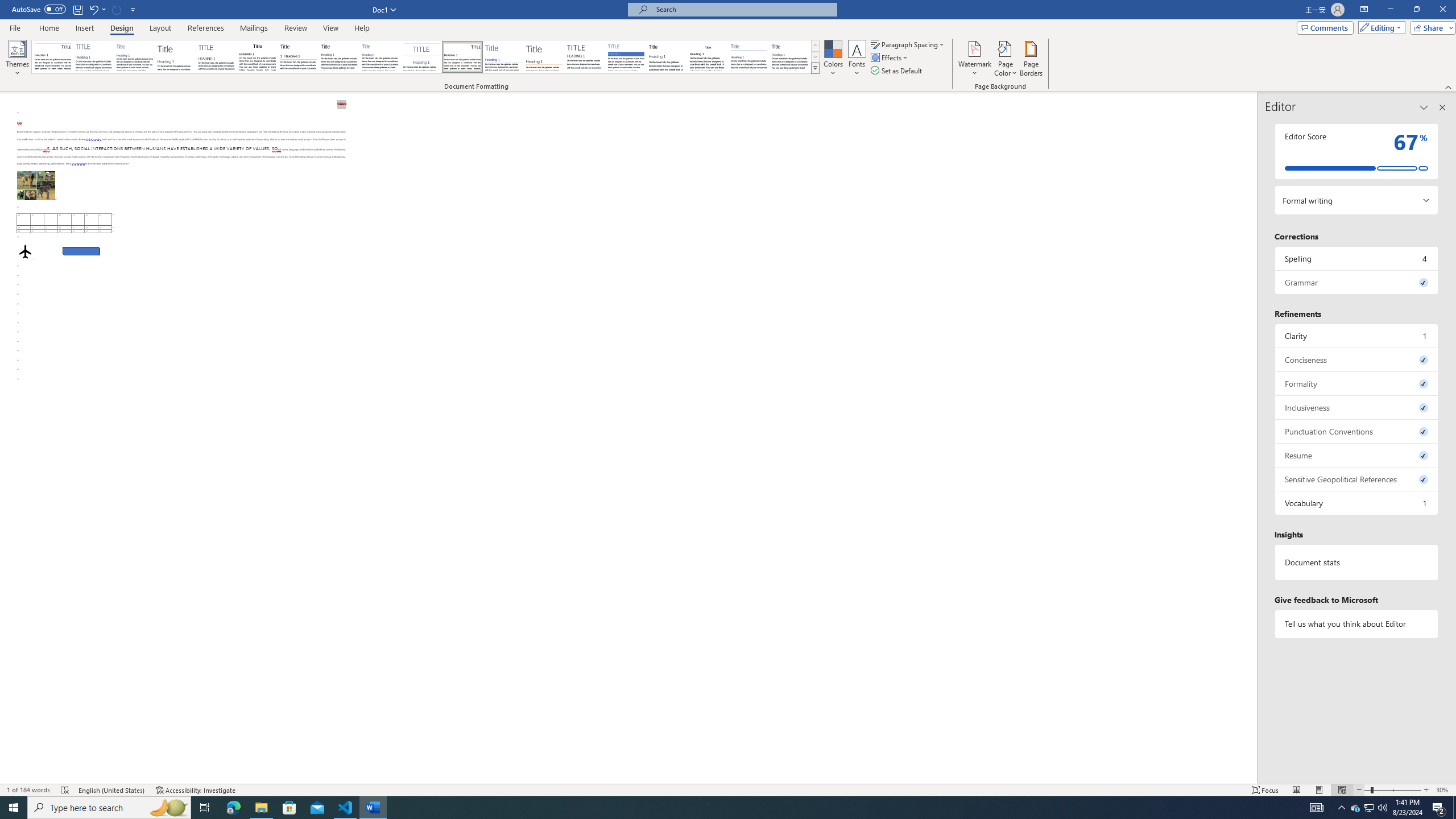 The width and height of the screenshot is (1456, 819). I want to click on 'Save', so click(77, 9).